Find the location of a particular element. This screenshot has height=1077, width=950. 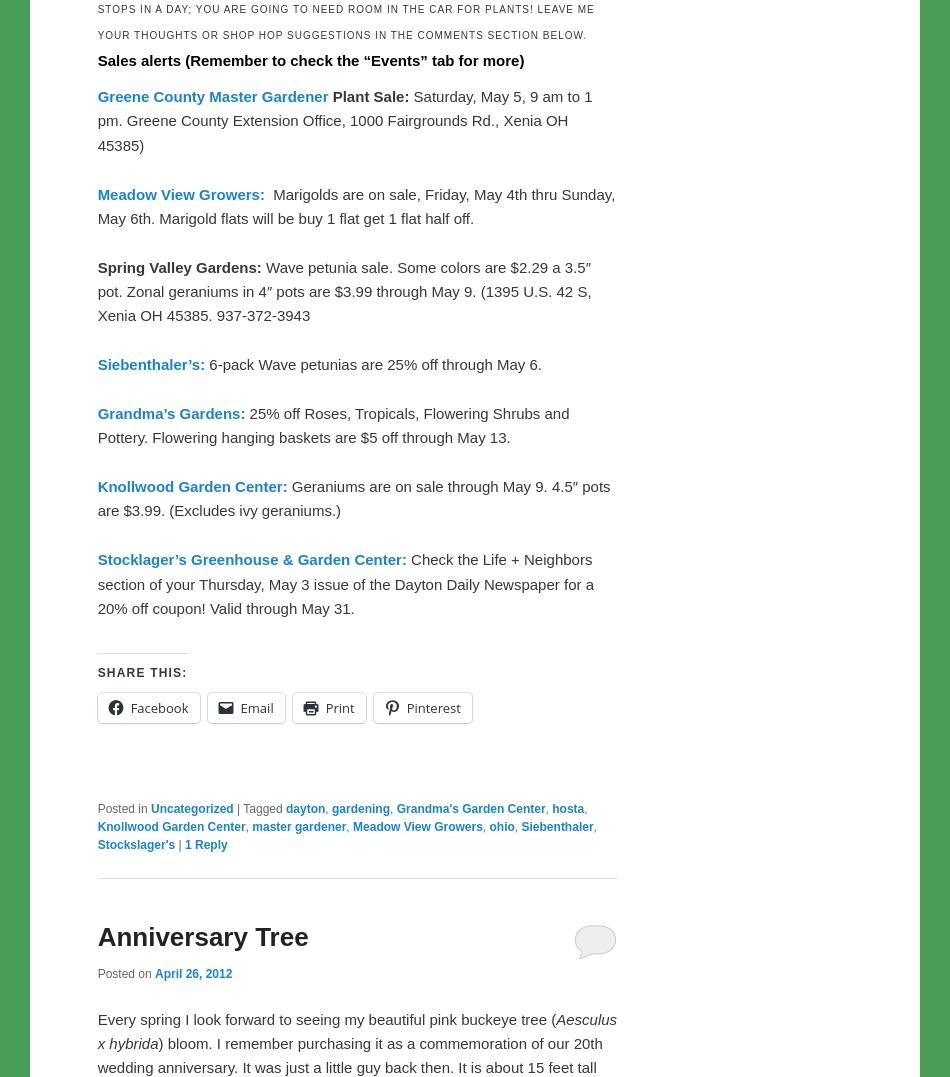

'Anniversary Tree' is located at coordinates (202, 935).